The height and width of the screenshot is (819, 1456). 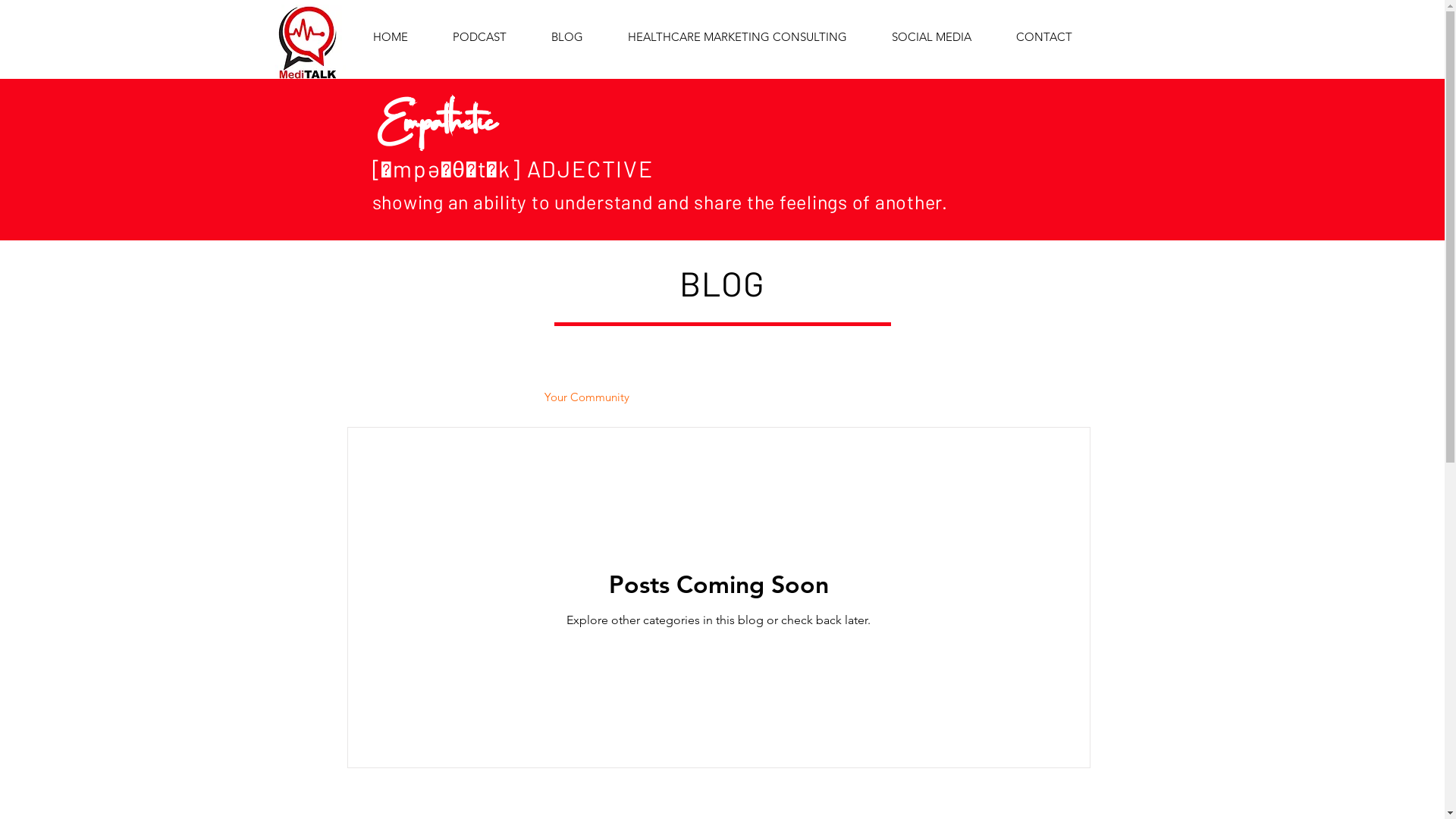 I want to click on 'BLOG', so click(x=529, y=36).